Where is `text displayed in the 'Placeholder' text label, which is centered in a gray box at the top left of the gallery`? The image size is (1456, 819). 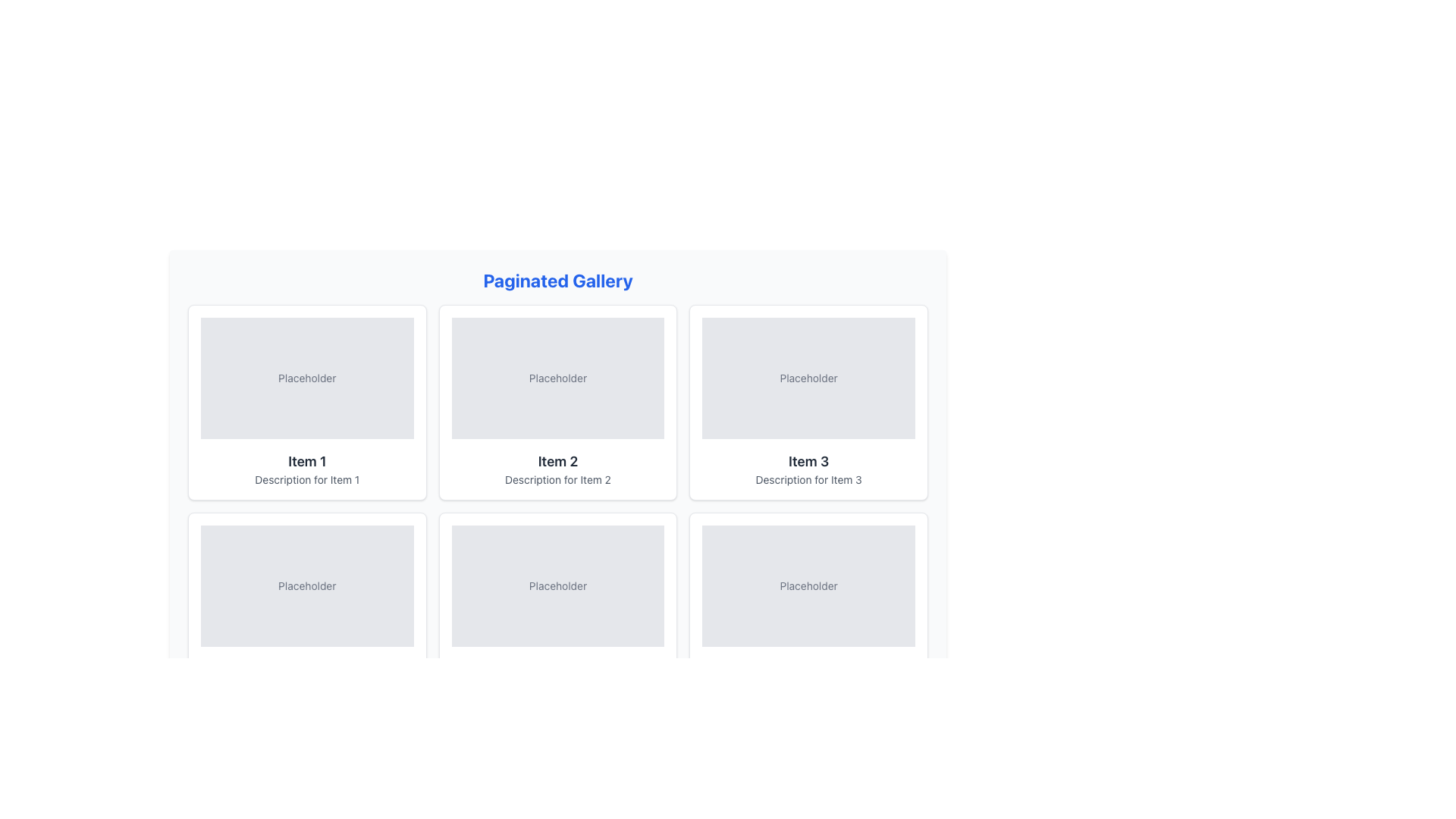
text displayed in the 'Placeholder' text label, which is centered in a gray box at the top left of the gallery is located at coordinates (306, 377).